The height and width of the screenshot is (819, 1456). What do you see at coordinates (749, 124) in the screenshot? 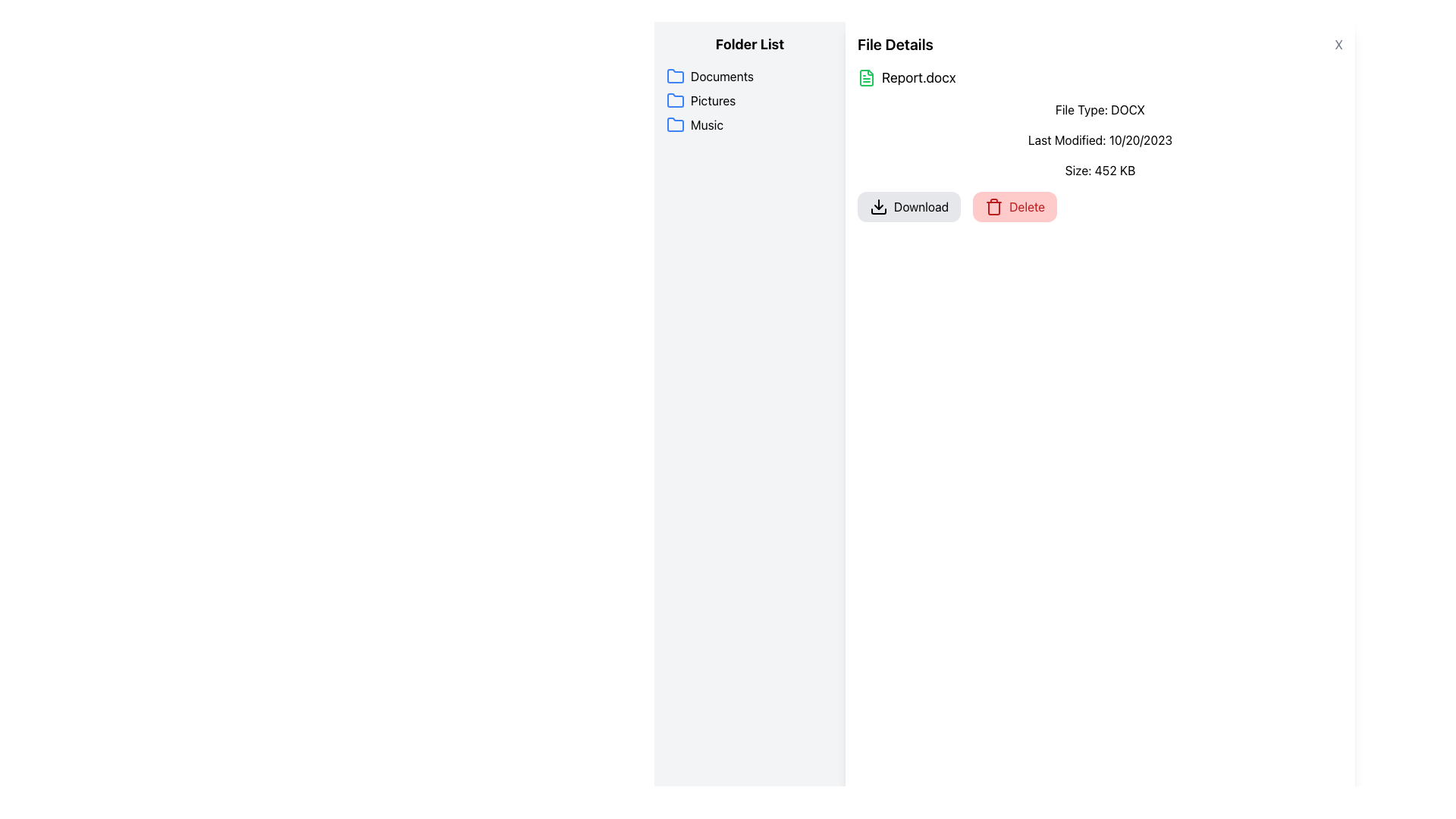
I see `the clickable list item labeled 'Music' in the 'Folder List' section` at bounding box center [749, 124].